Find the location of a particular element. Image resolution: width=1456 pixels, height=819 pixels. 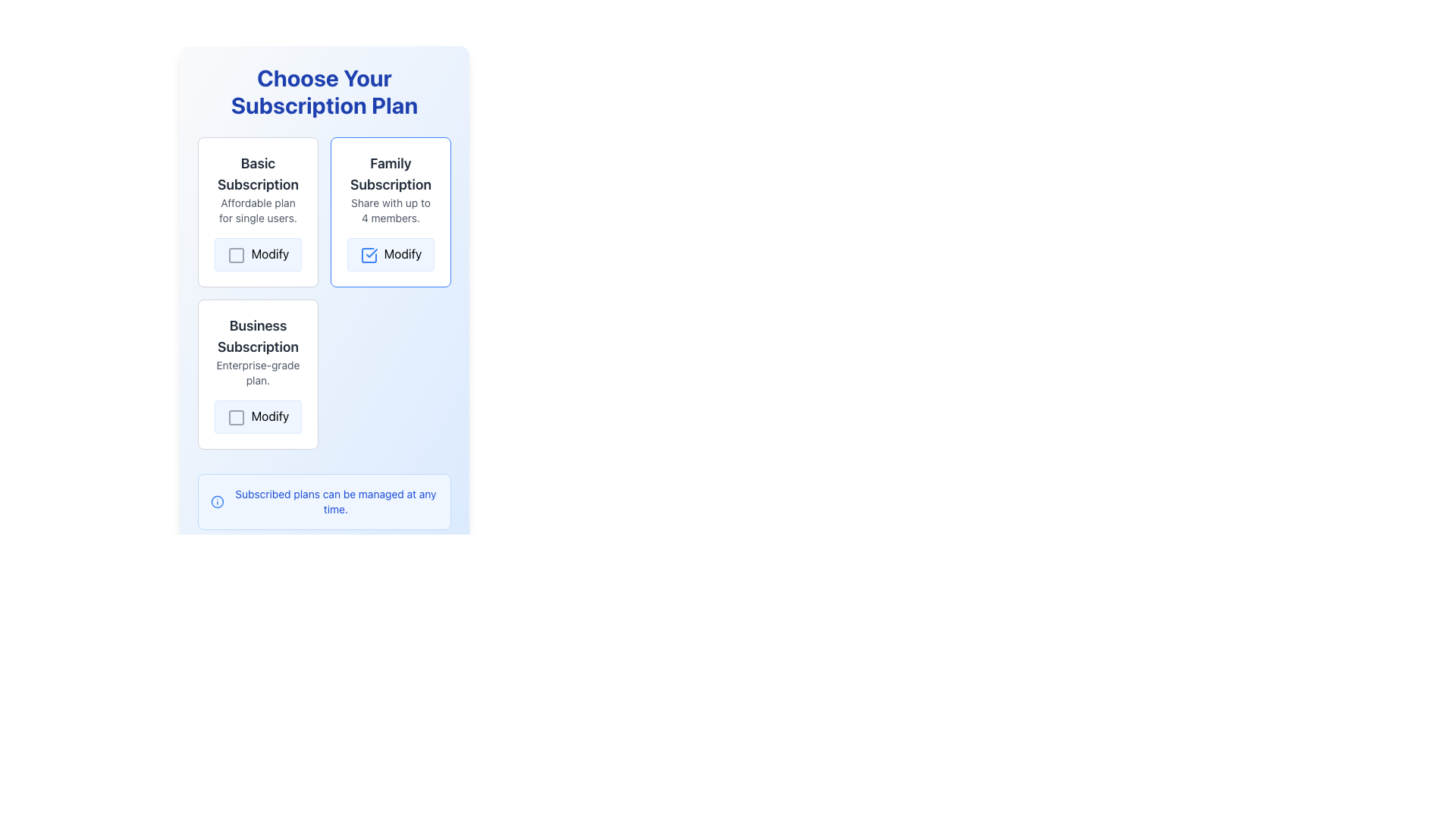

the 'Modify' button located within the 'Basic Subscription' card is located at coordinates (258, 253).